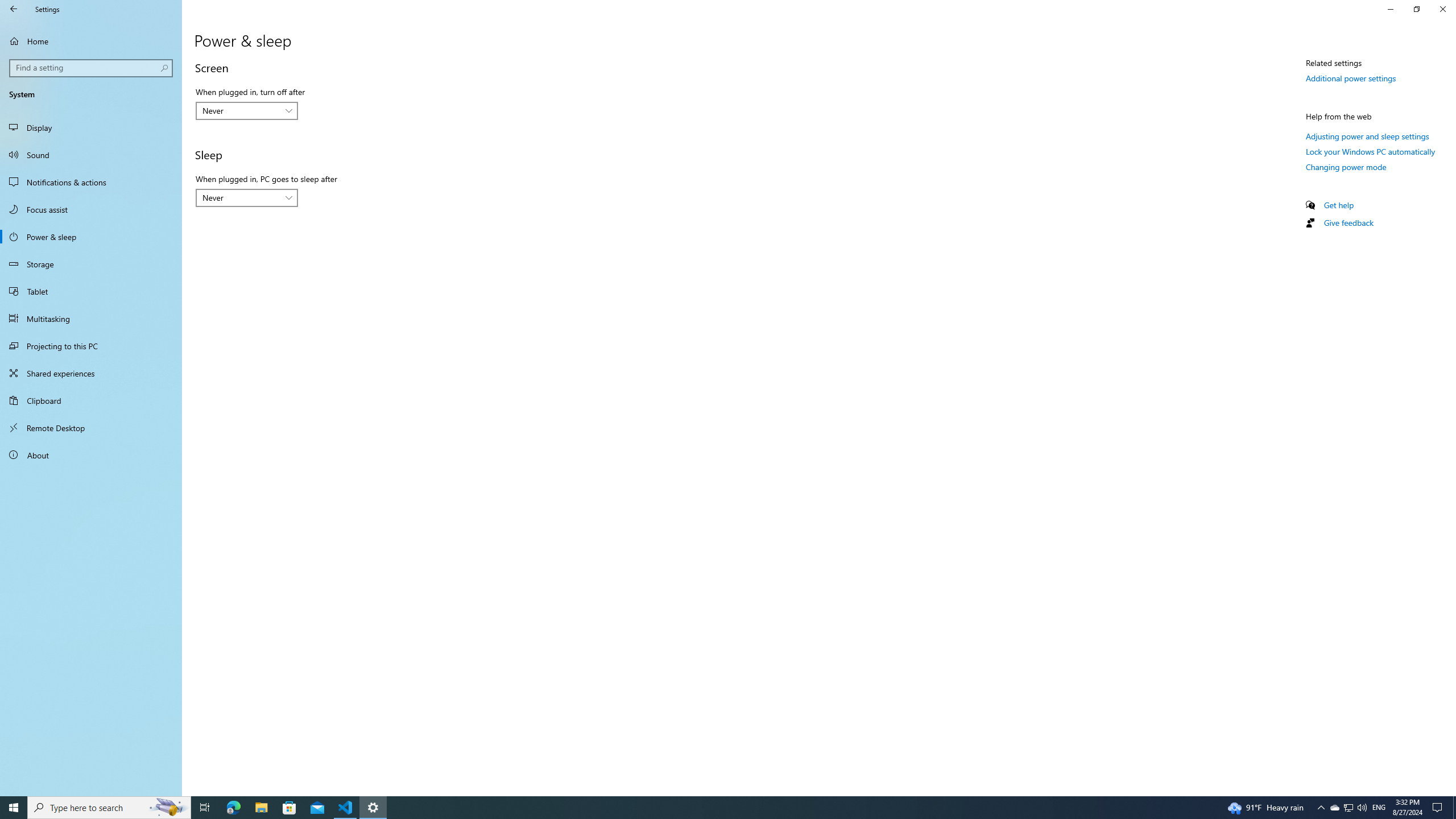 This screenshot has width=1456, height=819. Describe the element at coordinates (90, 454) in the screenshot. I see `'About'` at that location.